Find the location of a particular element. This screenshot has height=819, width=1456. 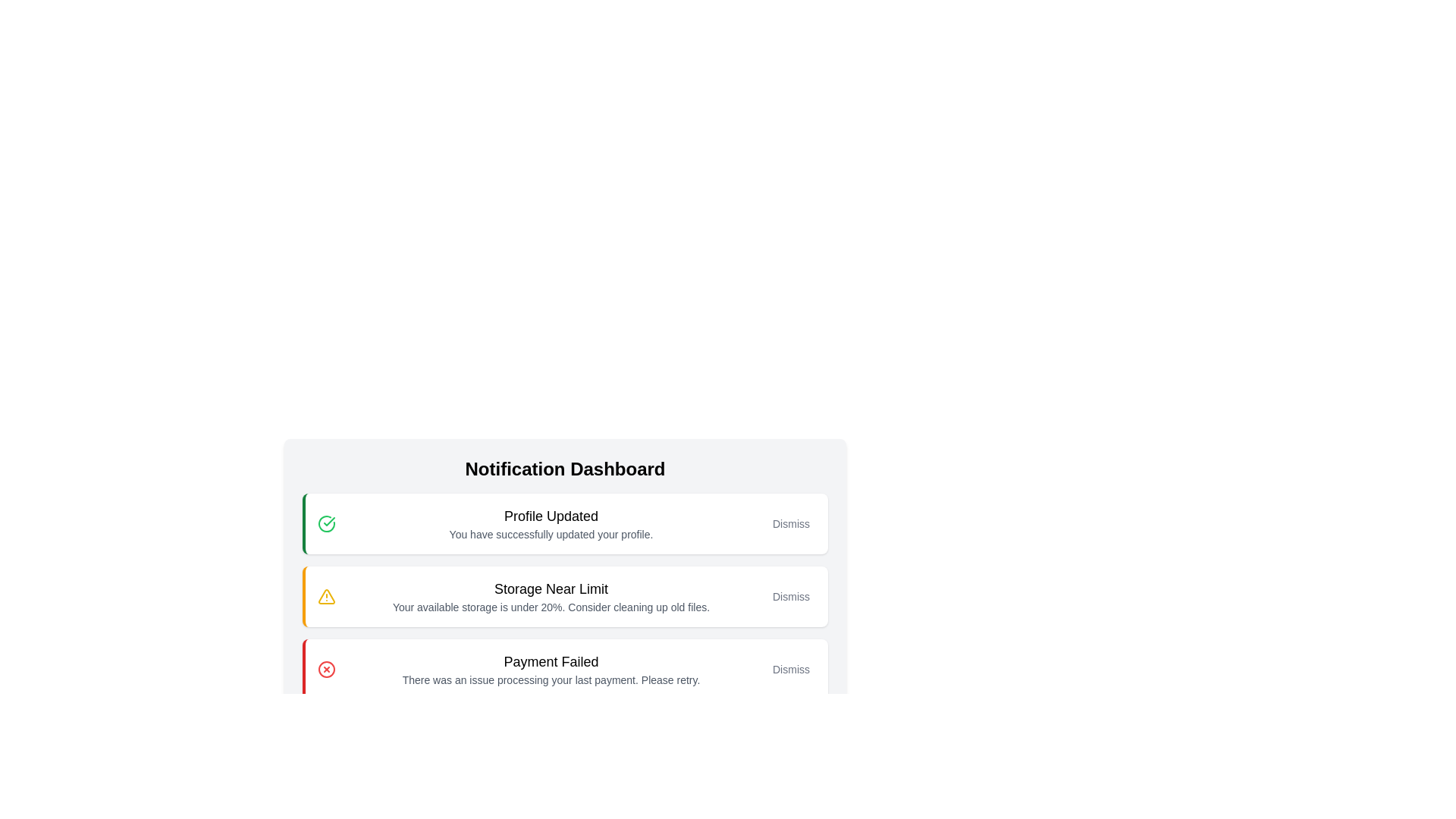

the 'Storage Near Limit' notification component with a dismiss button, which is the second notification within the Notification Dashboard is located at coordinates (564, 614).